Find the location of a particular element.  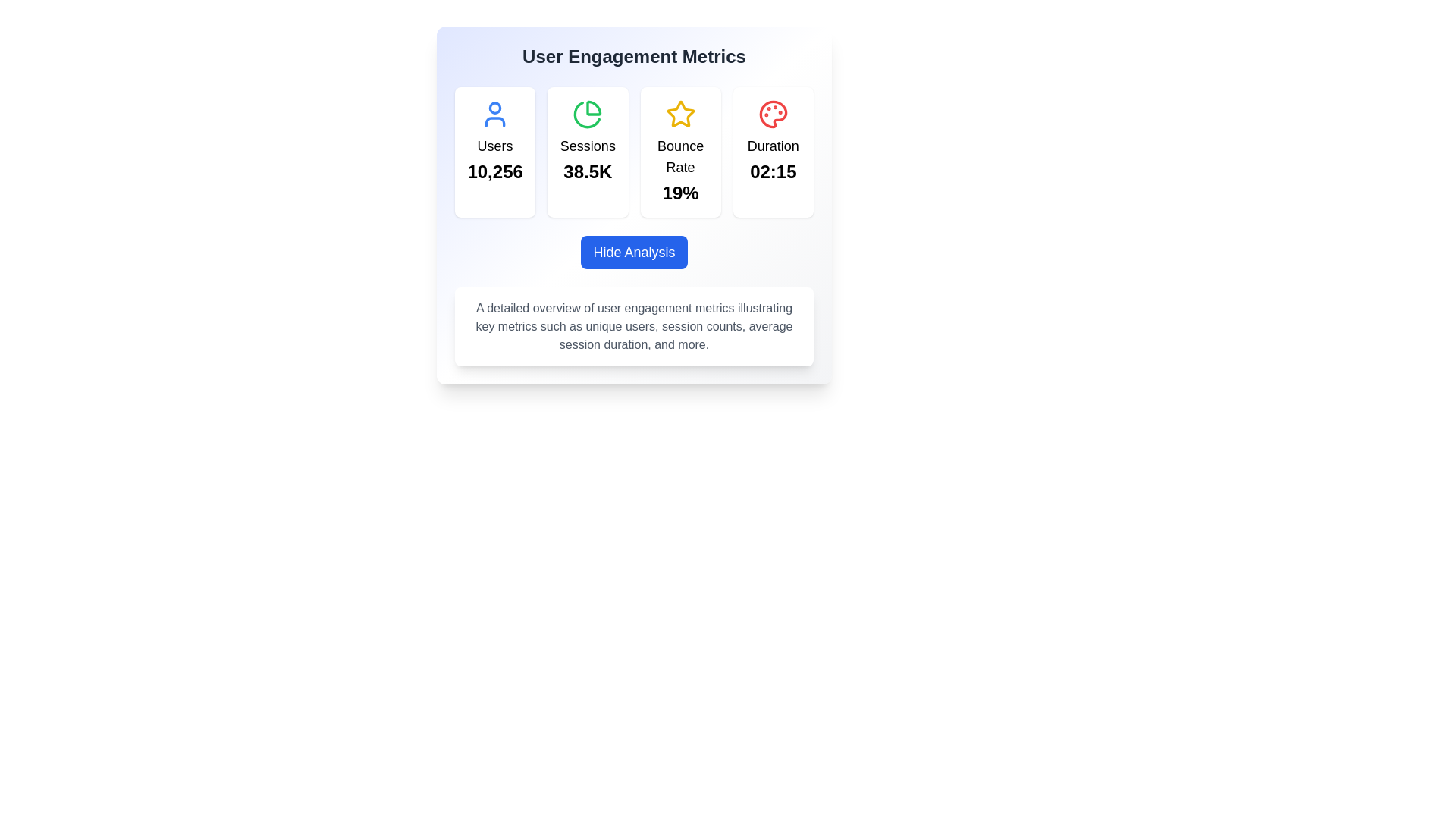

the Text Display showing the number '10,256' in bold and enlarged font, located under the 'Users' label within a white card is located at coordinates (495, 171).